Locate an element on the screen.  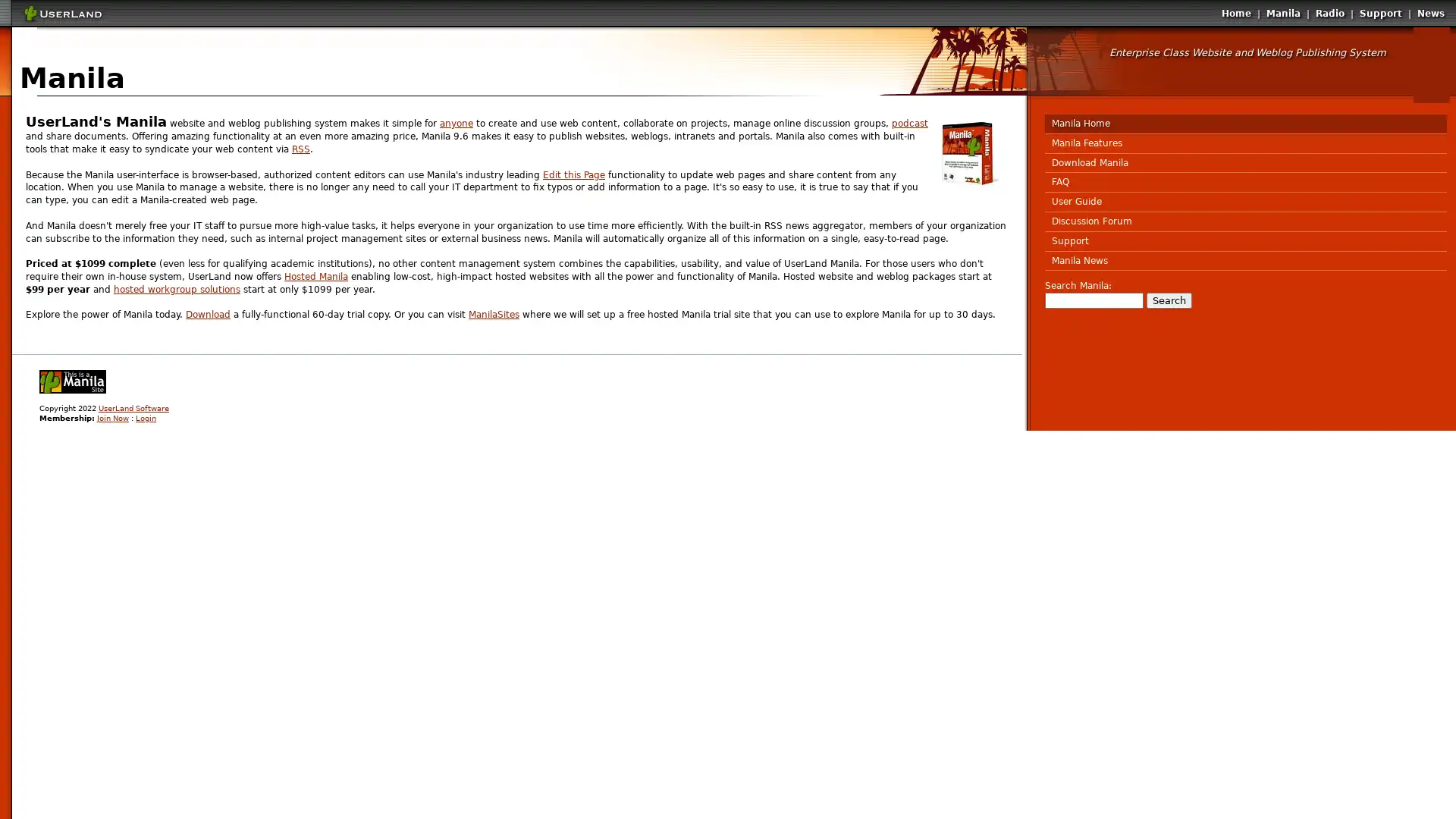
Search is located at coordinates (1168, 300).